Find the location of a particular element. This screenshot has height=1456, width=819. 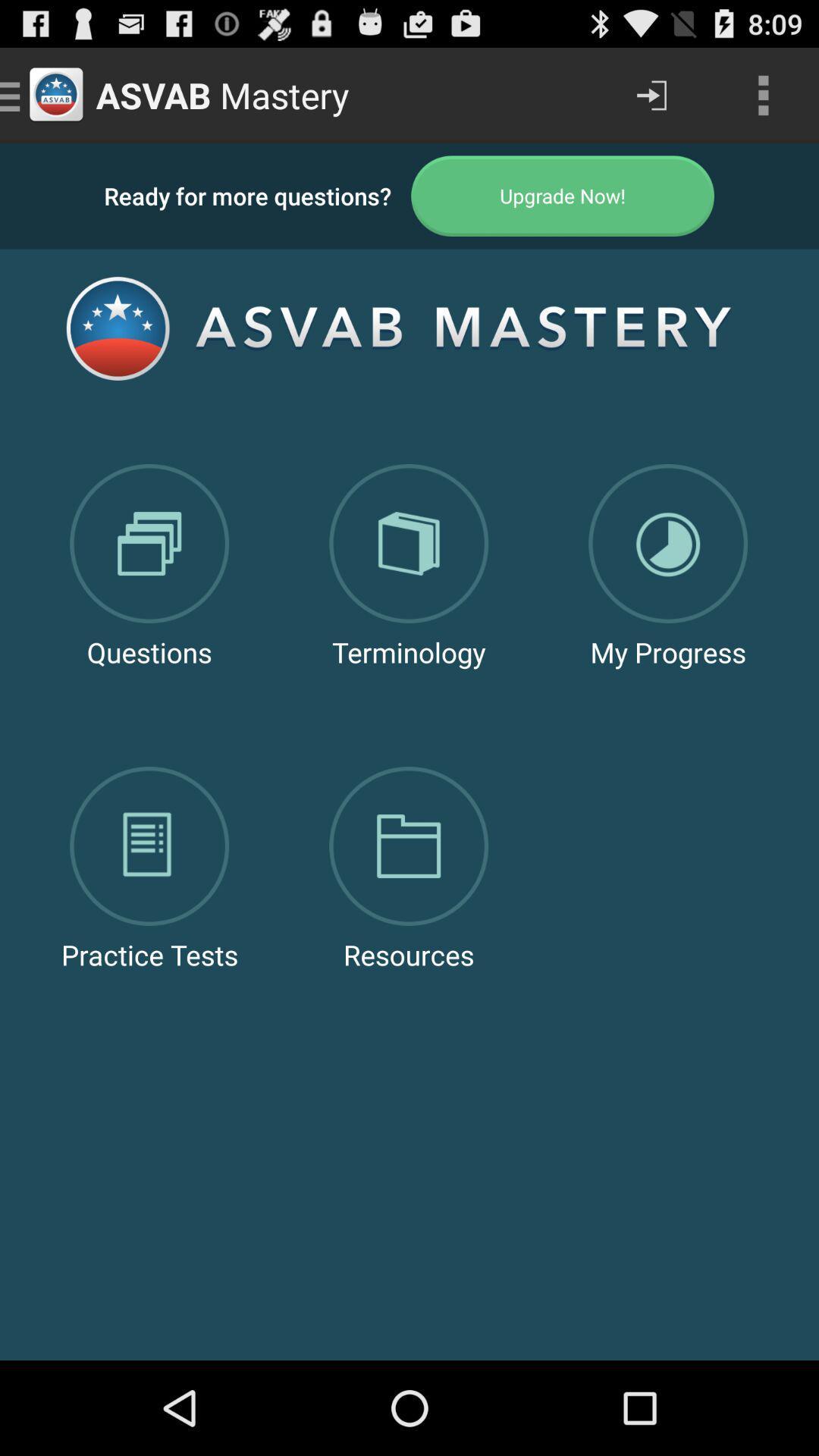

the app next to the ready for more is located at coordinates (563, 195).